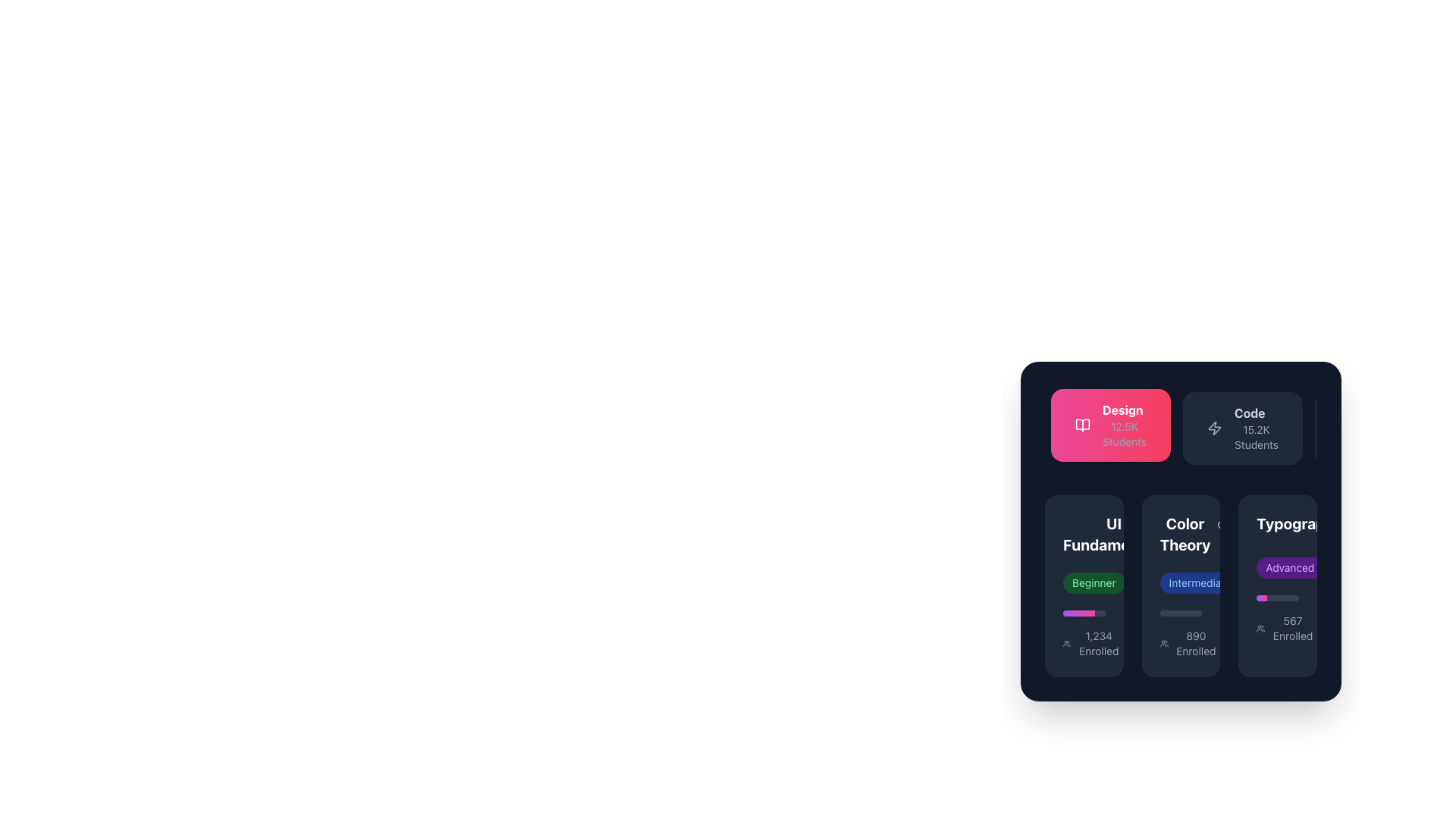  What do you see at coordinates (1277, 567) in the screenshot?
I see `the difficulty level badge associated with the 'Typography' item, located in the rightmost column of the grid layout` at bounding box center [1277, 567].